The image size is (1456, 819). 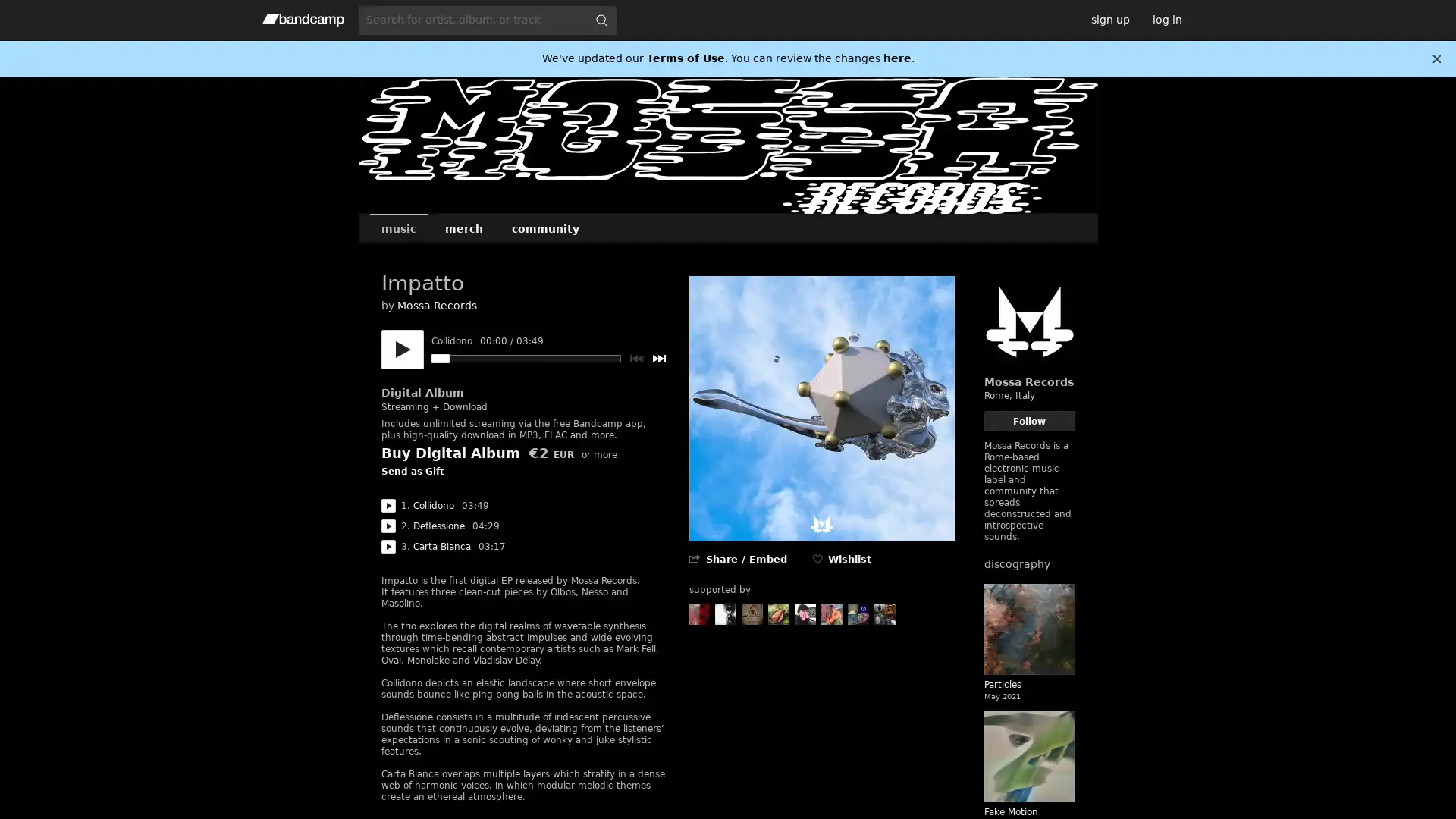 I want to click on Digital Album, so click(x=422, y=391).